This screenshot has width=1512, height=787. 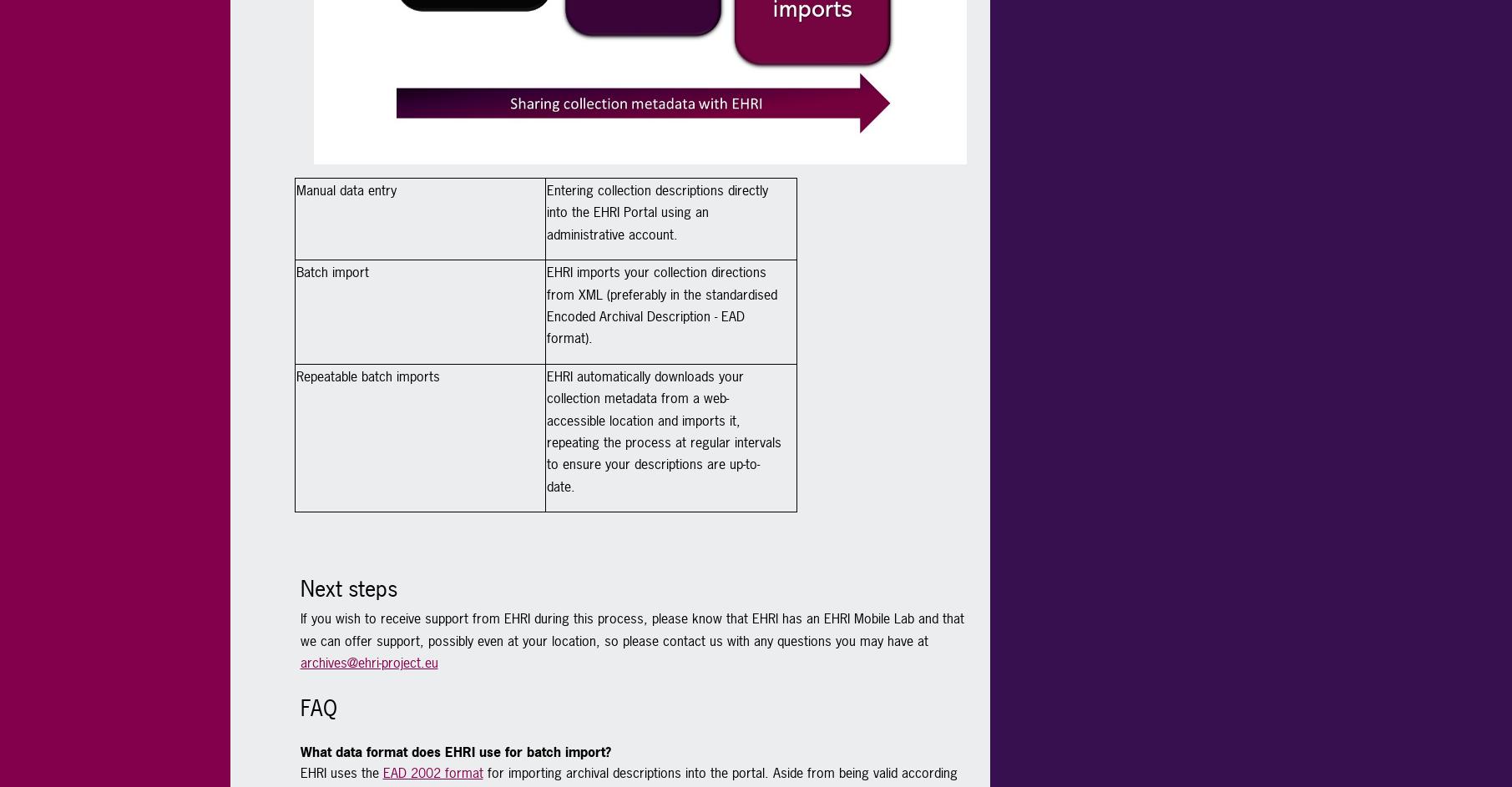 I want to click on 'EAD 2002 format', so click(x=431, y=772).